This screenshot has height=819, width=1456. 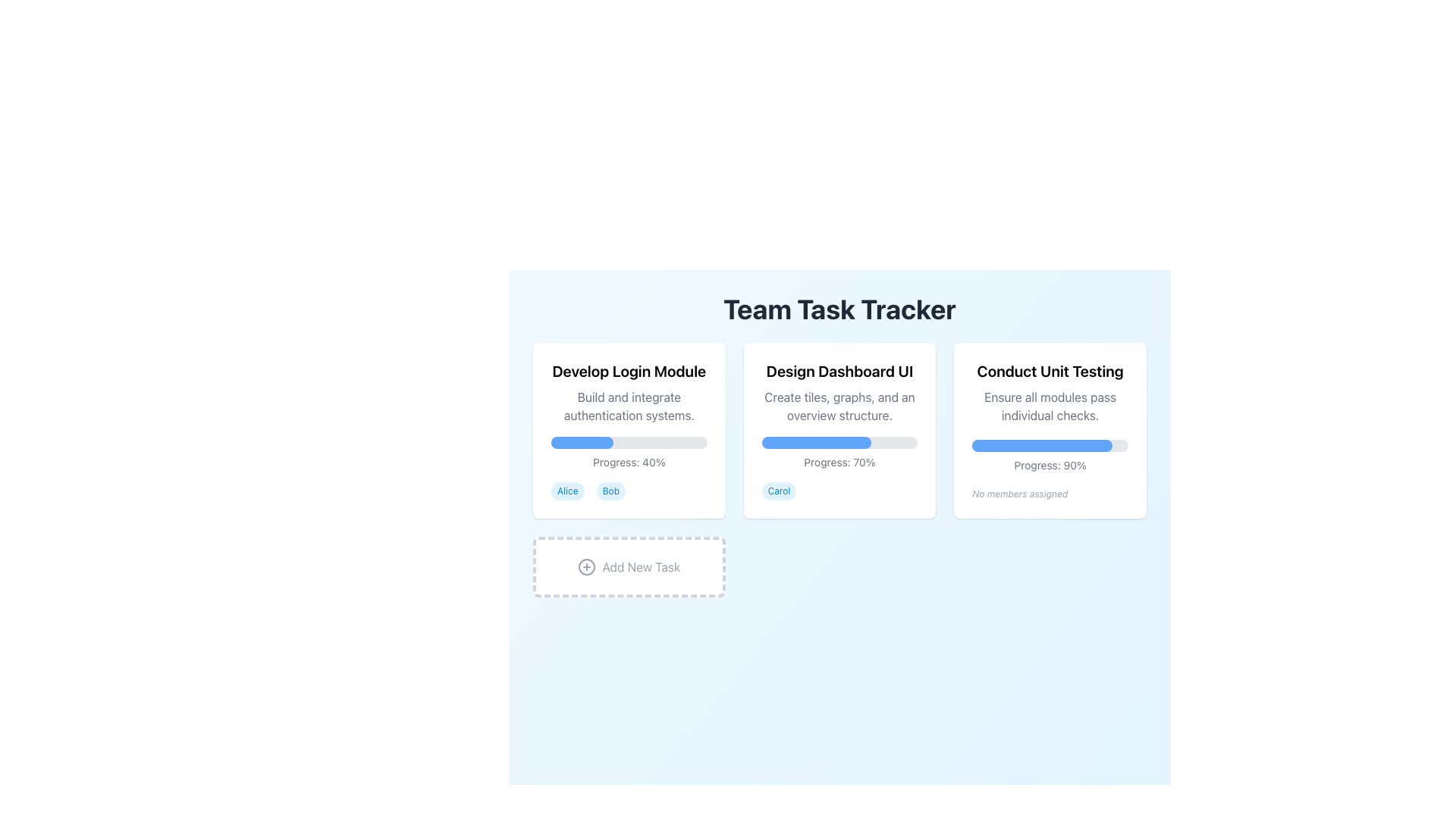 What do you see at coordinates (582, 442) in the screenshot?
I see `the displayed progress level of the blue progress bar within the 'Develop Login Module' card, positioned below the subtitle text and above the 'Progress: 40%' text` at bounding box center [582, 442].